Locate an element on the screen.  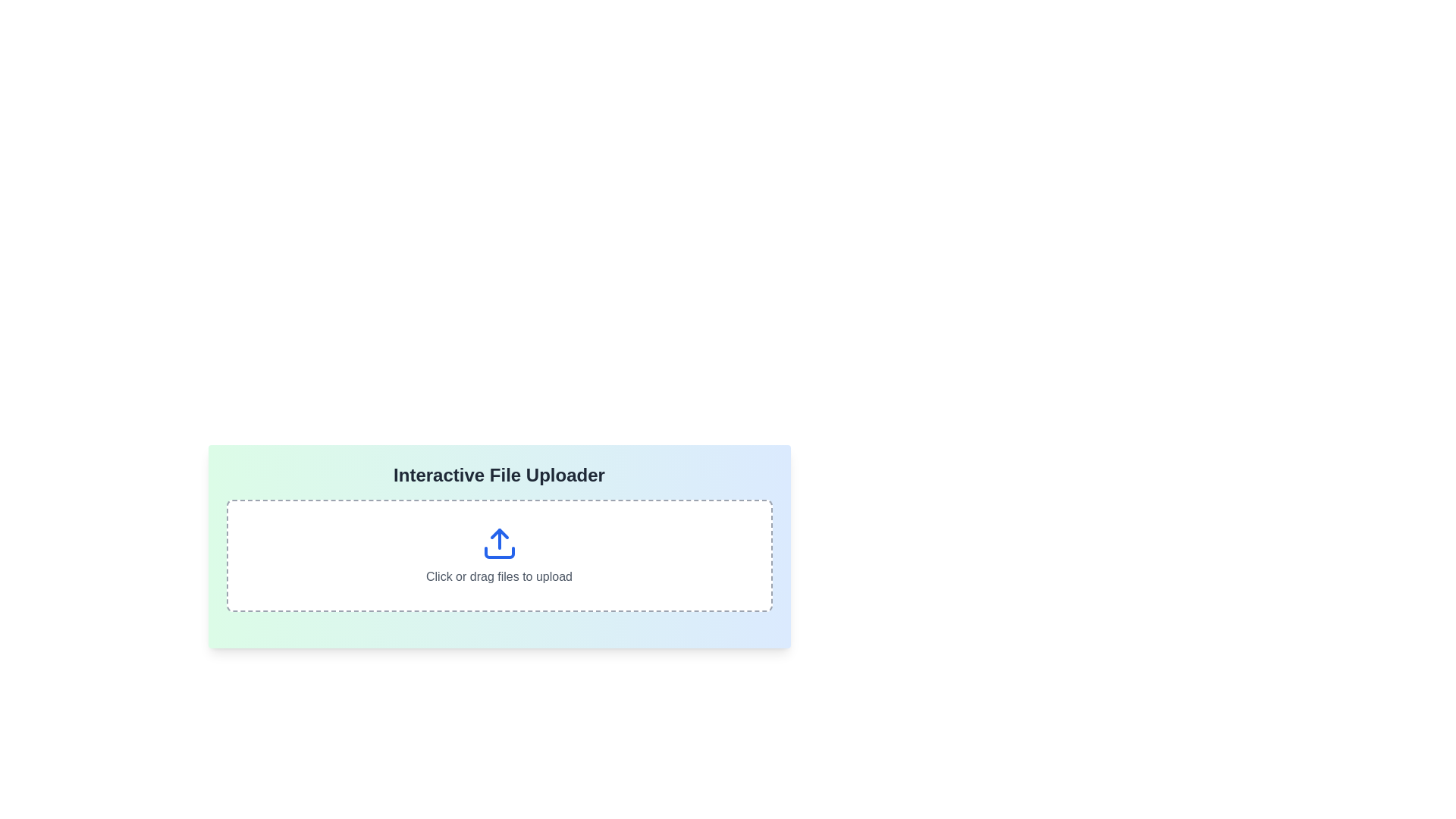
the bottom section of the upload icon, which is located underneath the upward-pointing blue arrow in the dashed rectangular area is located at coordinates (499, 553).